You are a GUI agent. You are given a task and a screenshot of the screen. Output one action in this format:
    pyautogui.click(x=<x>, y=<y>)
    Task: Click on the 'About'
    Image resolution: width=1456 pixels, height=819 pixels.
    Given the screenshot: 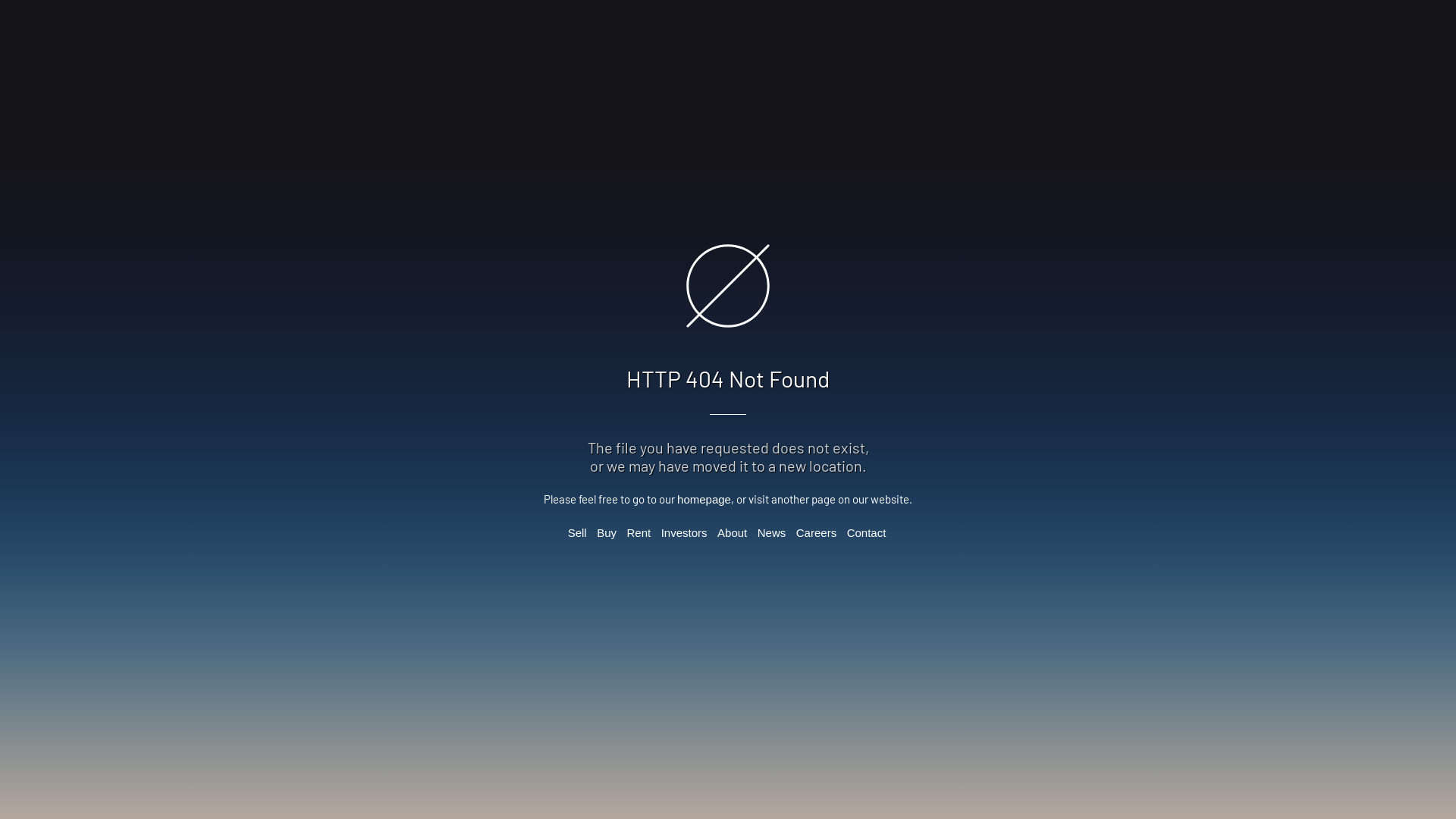 What is the action you would take?
    pyautogui.click(x=716, y=532)
    